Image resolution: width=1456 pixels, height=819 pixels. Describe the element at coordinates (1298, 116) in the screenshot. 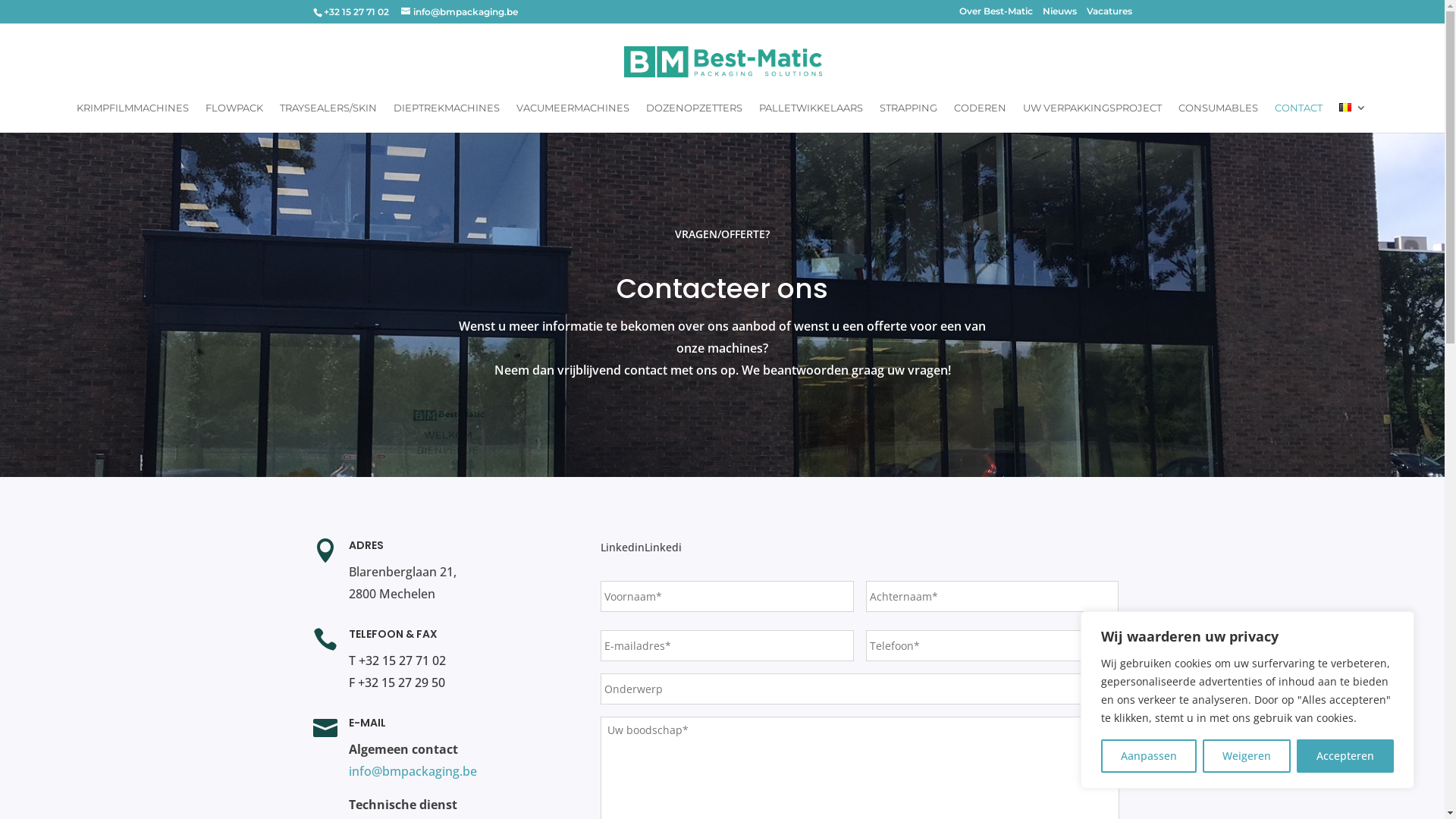

I see `'CONTACT'` at that location.